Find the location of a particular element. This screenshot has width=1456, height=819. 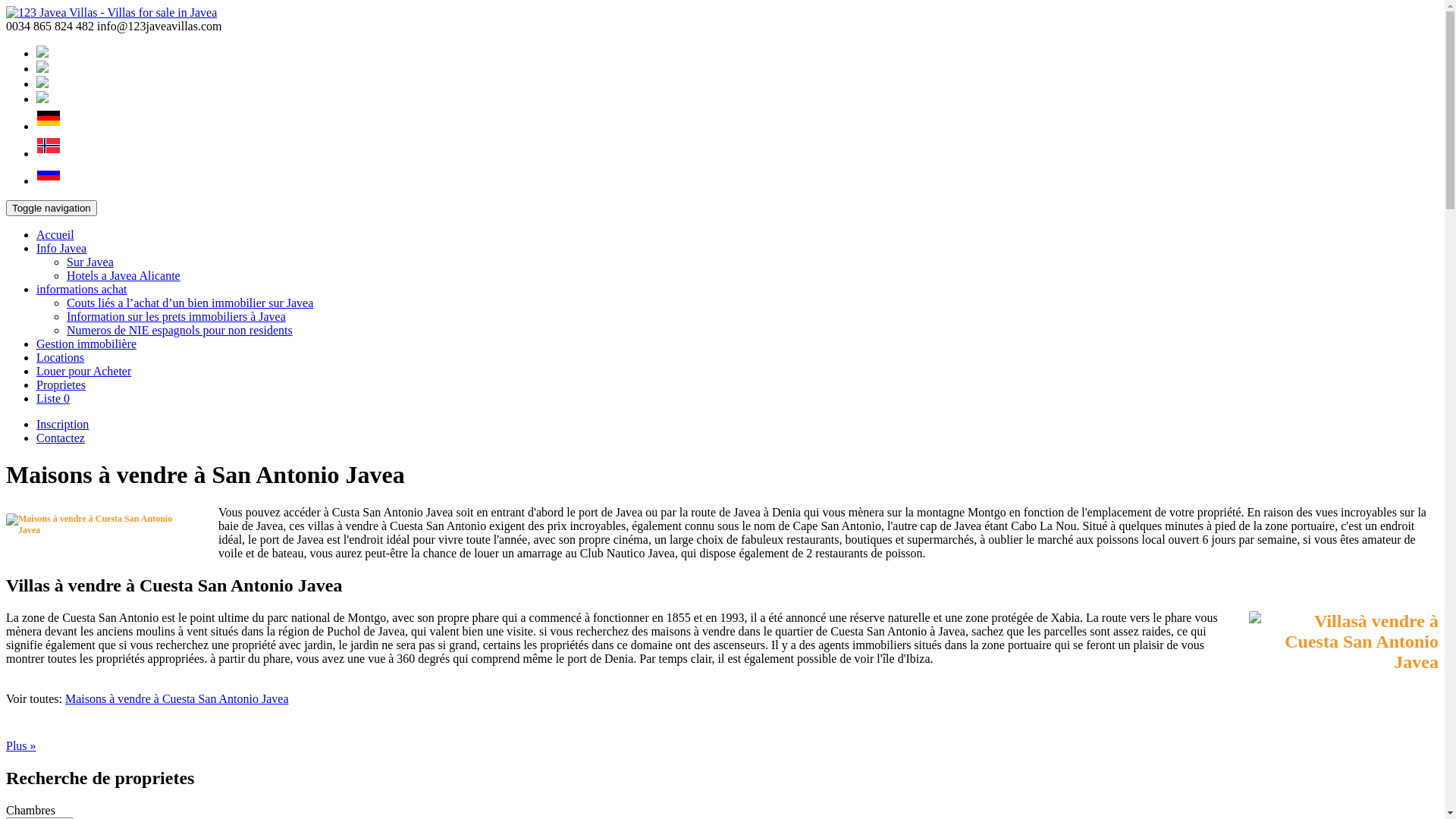

'French' is located at coordinates (36, 68).